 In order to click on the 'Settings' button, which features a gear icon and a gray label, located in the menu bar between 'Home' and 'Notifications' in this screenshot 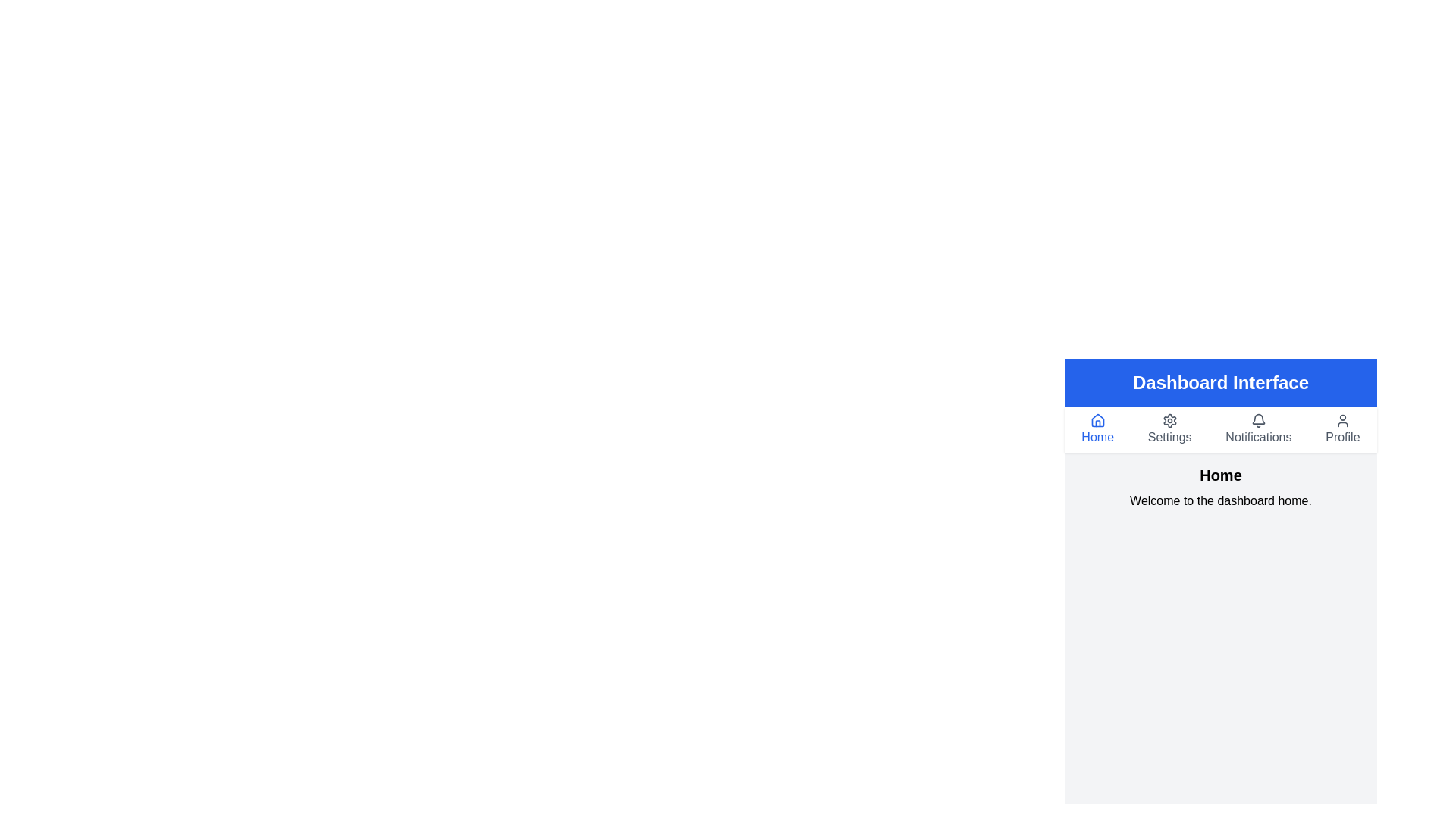, I will do `click(1169, 430)`.